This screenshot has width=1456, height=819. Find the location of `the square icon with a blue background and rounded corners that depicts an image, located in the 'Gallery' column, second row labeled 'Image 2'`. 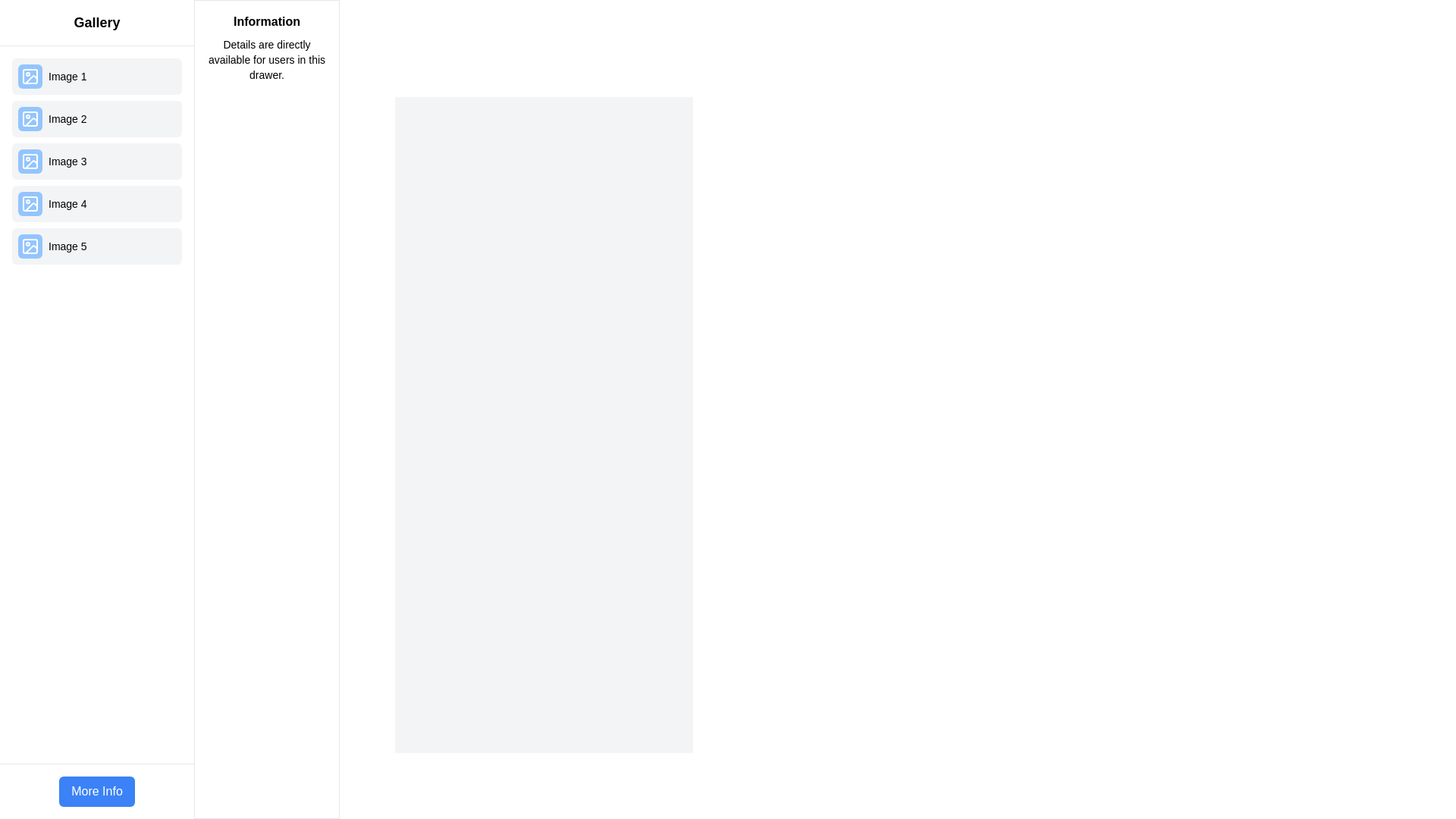

the square icon with a blue background and rounded corners that depicts an image, located in the 'Gallery' column, second row labeled 'Image 2' is located at coordinates (30, 118).